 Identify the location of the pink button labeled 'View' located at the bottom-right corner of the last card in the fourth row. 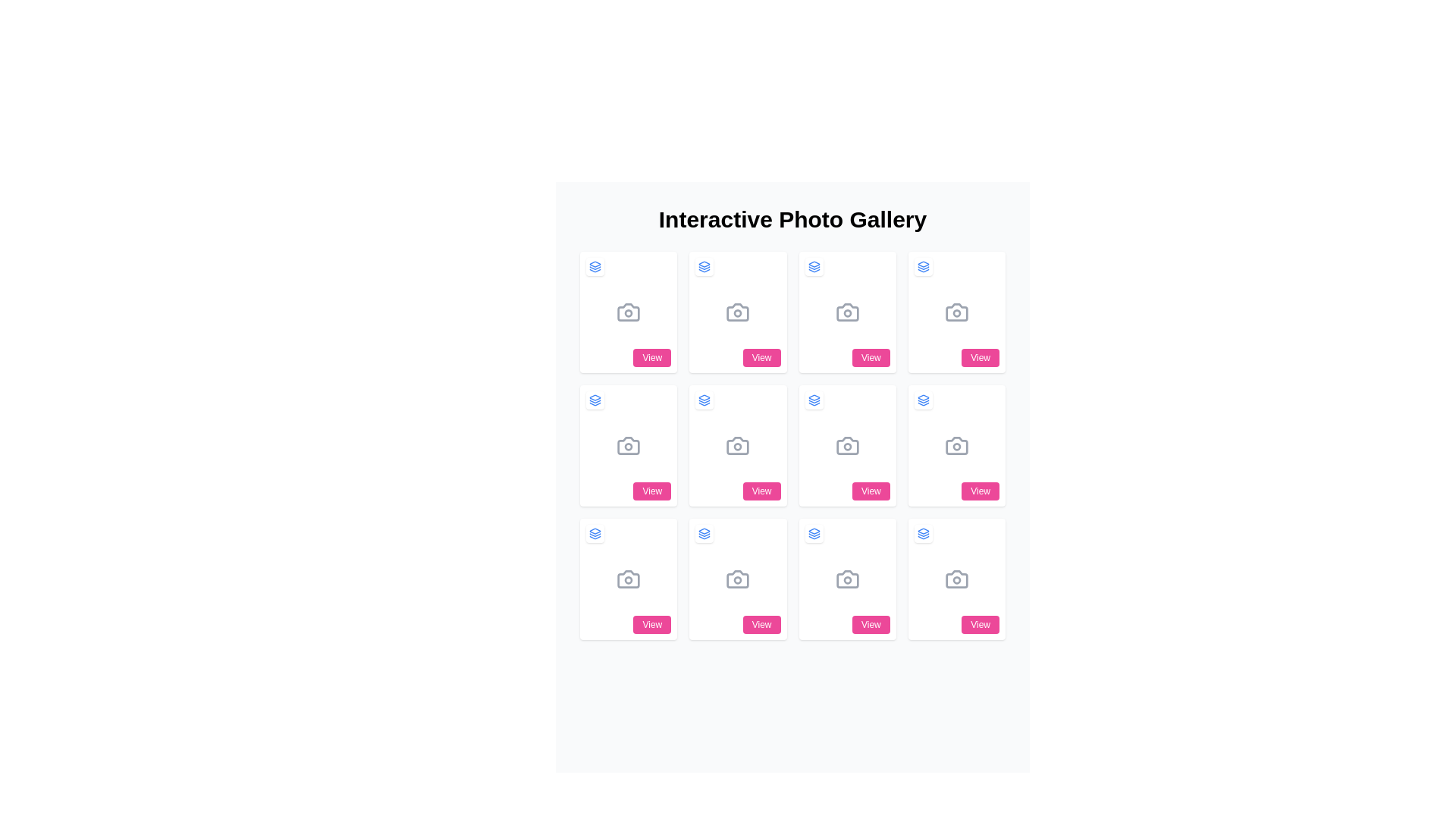
(871, 625).